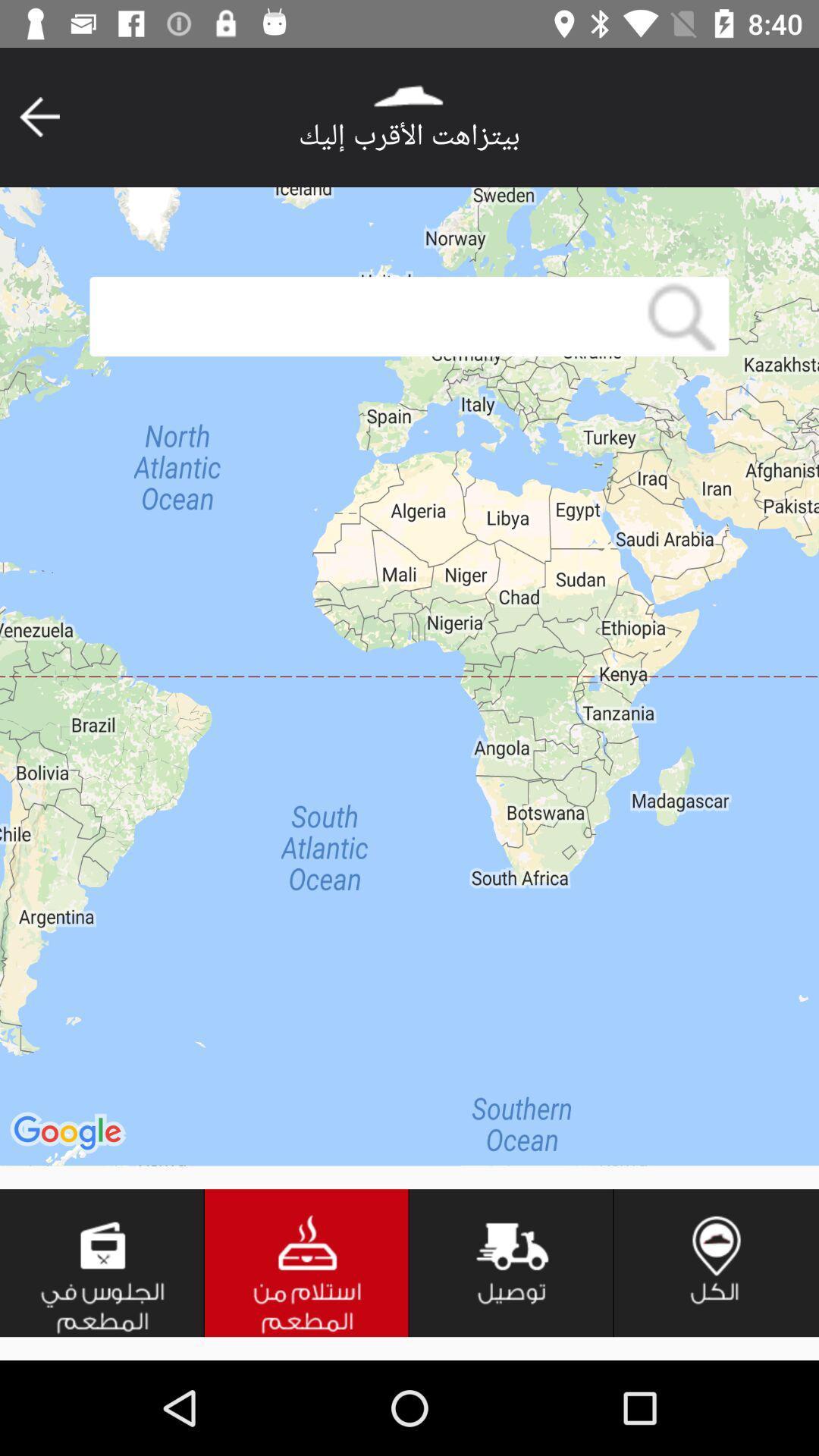 The height and width of the screenshot is (1456, 819). Describe the element at coordinates (409, 676) in the screenshot. I see `item at the center` at that location.